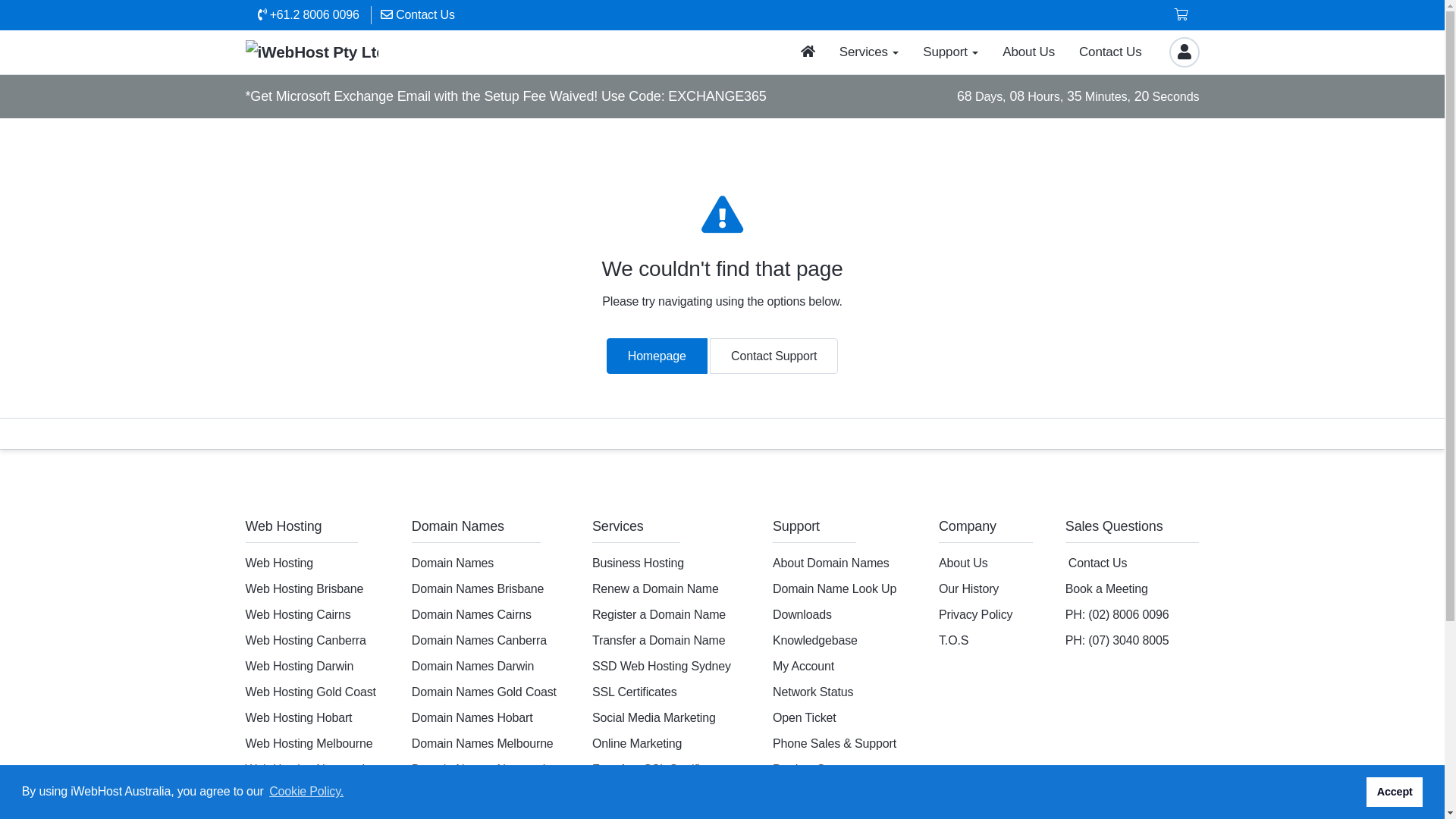  I want to click on 'Web Hosting Hobart', so click(299, 717).